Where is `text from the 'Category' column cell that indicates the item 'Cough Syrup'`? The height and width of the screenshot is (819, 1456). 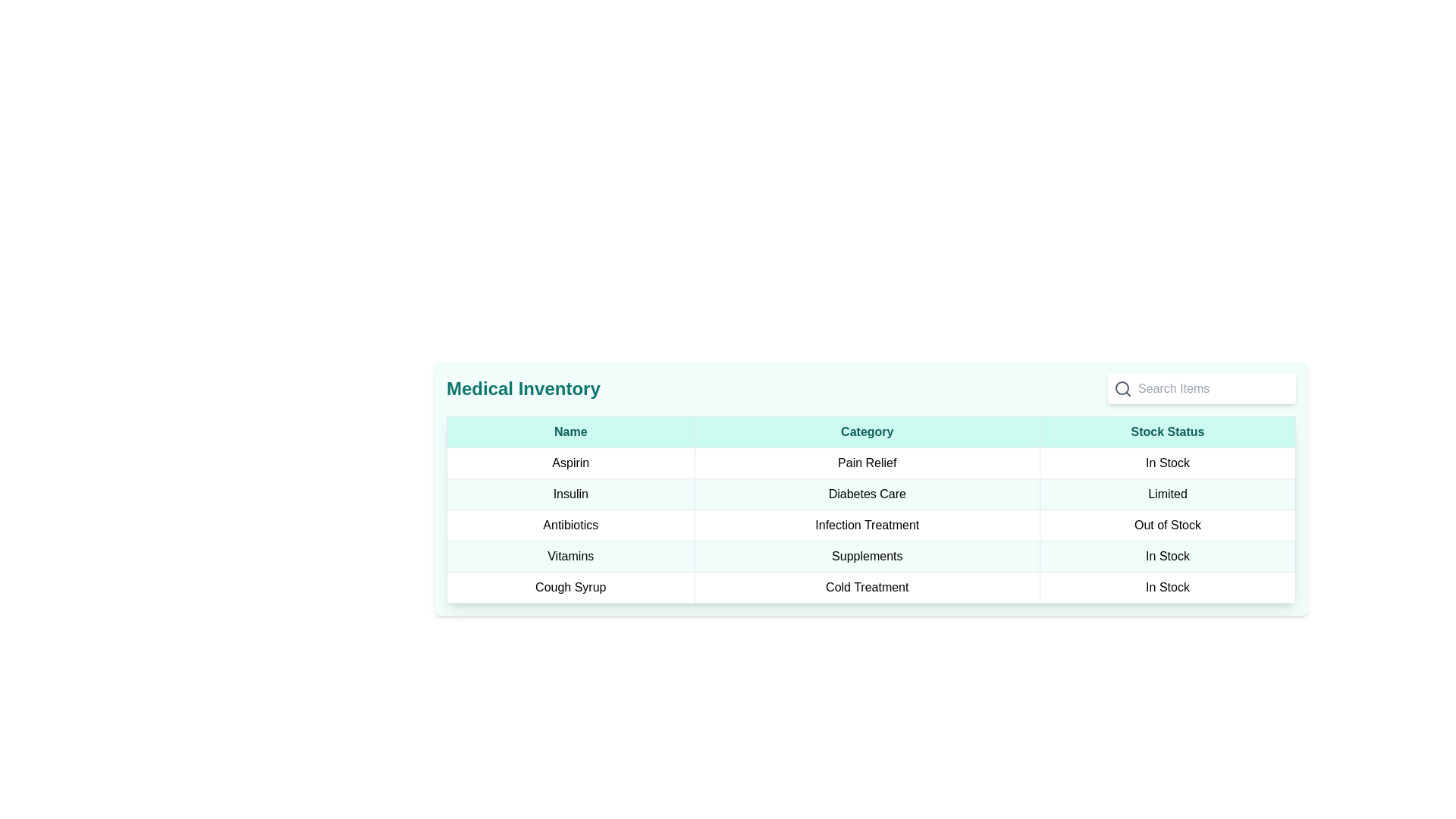 text from the 'Category' column cell that indicates the item 'Cough Syrup' is located at coordinates (867, 587).